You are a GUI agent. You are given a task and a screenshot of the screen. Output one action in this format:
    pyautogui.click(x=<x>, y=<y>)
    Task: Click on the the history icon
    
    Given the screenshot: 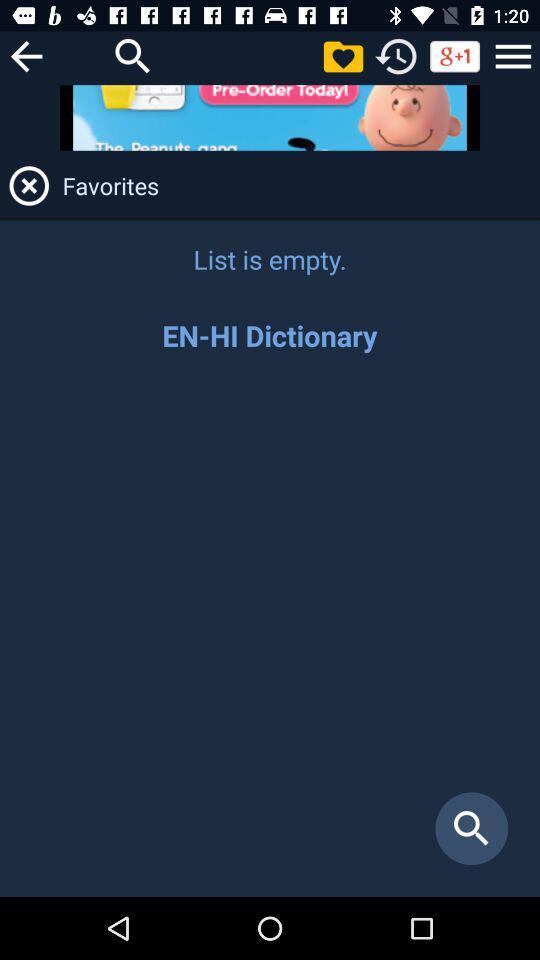 What is the action you would take?
    pyautogui.click(x=396, y=55)
    